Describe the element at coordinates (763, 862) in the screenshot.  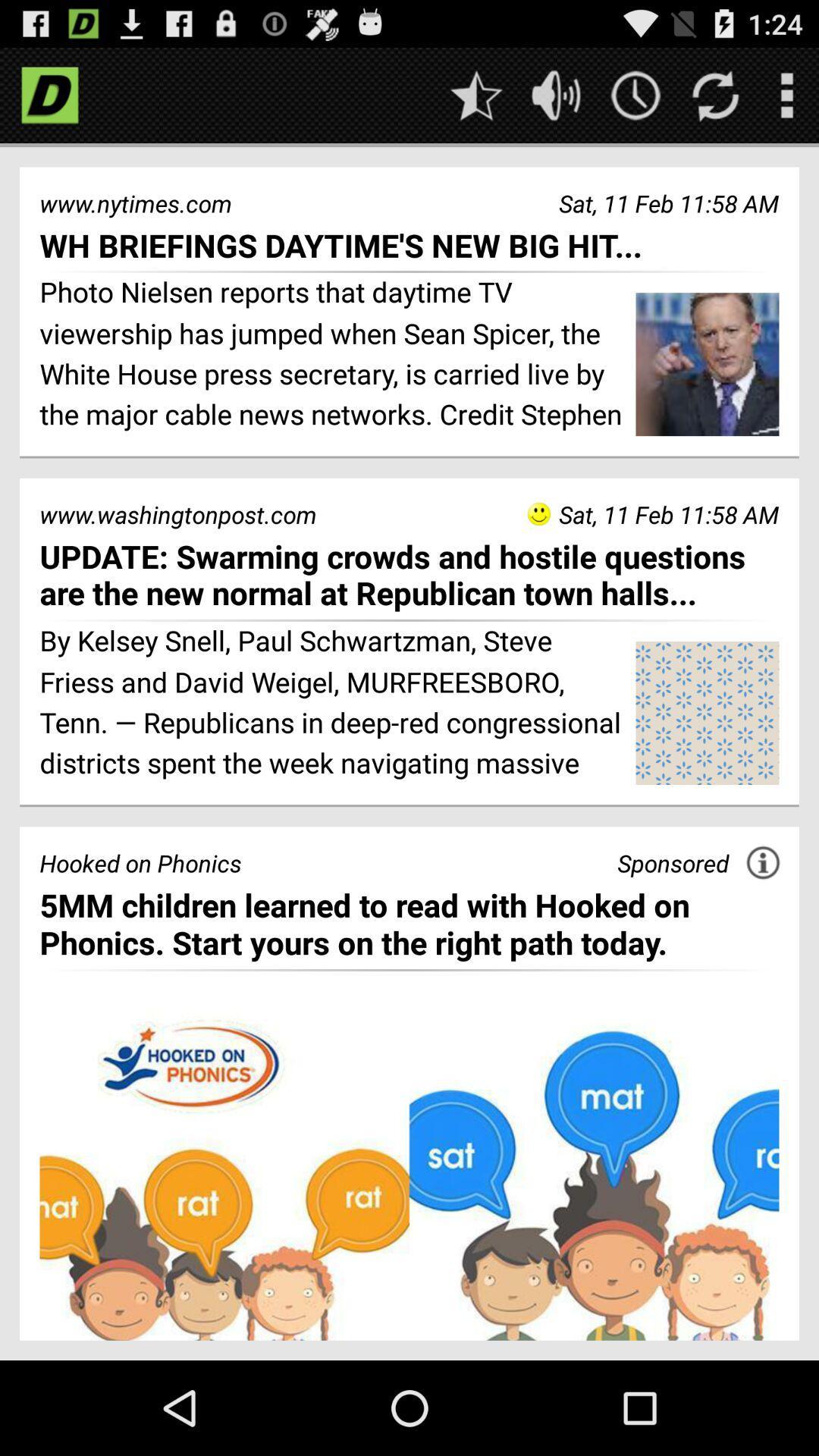
I see `item above 5mm children learned icon` at that location.